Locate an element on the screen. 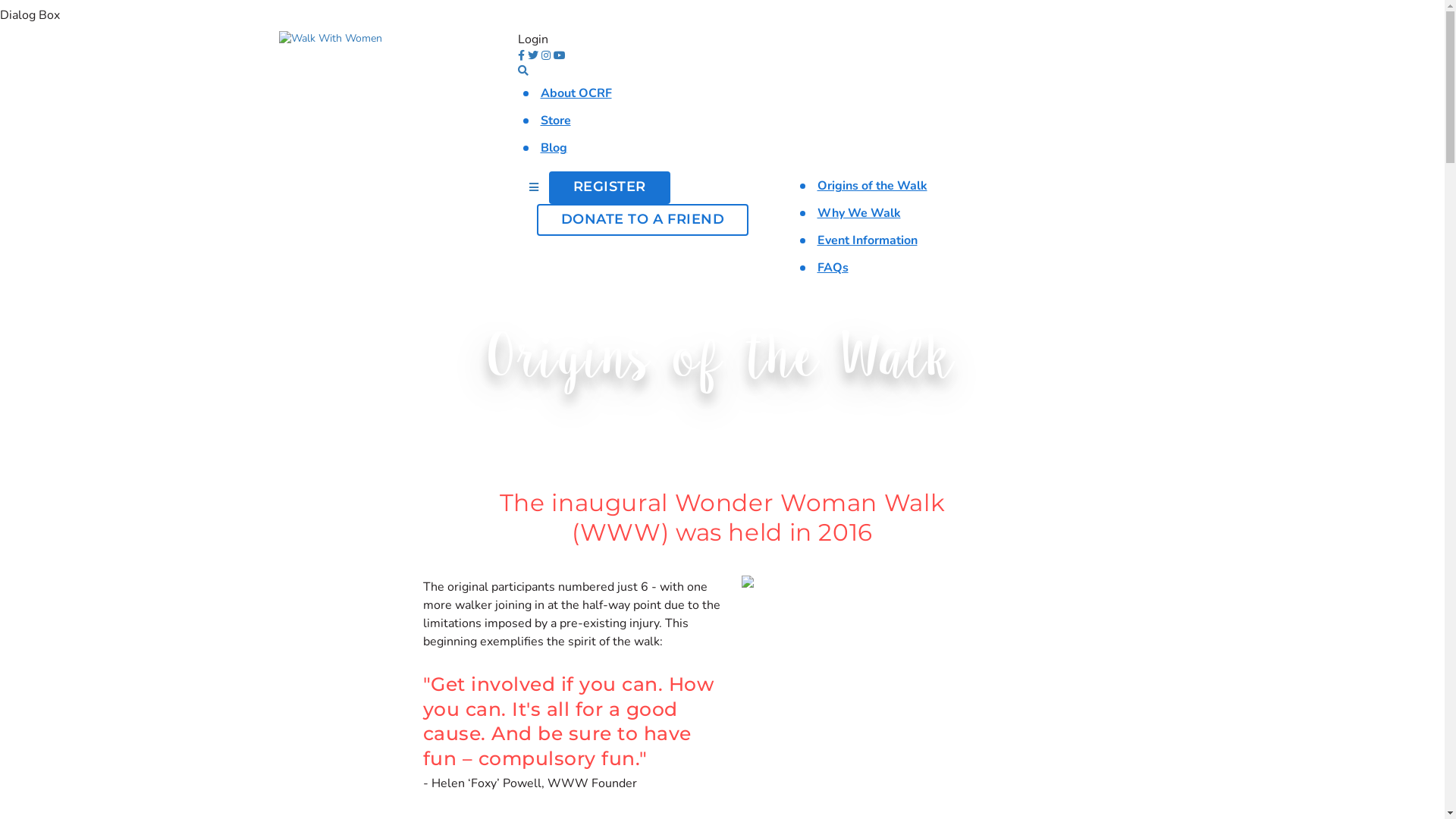 The height and width of the screenshot is (819, 1456). 'Login' is located at coordinates (532, 39).